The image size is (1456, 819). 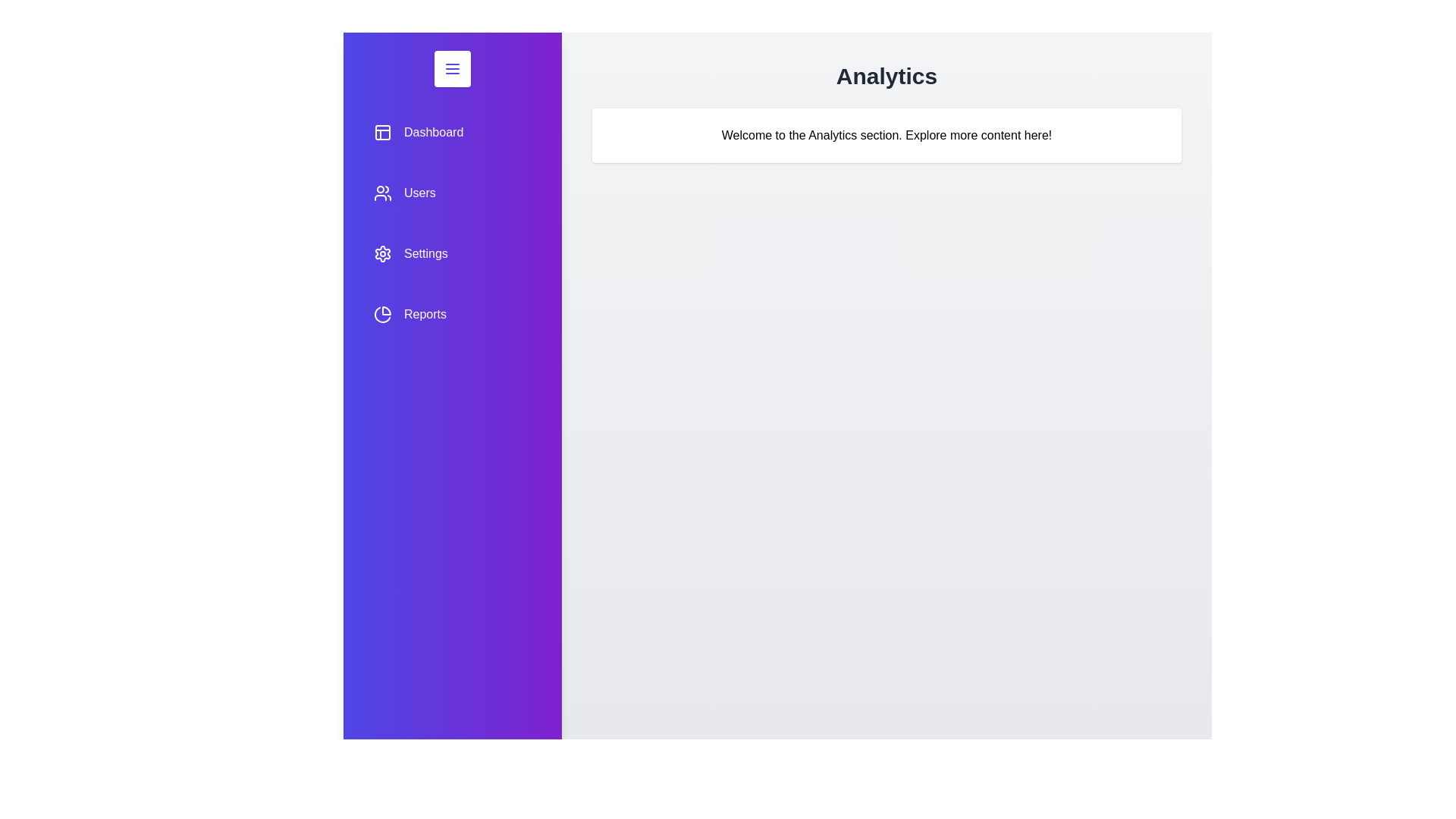 I want to click on the menu item Users to preview its interaction, so click(x=451, y=192).